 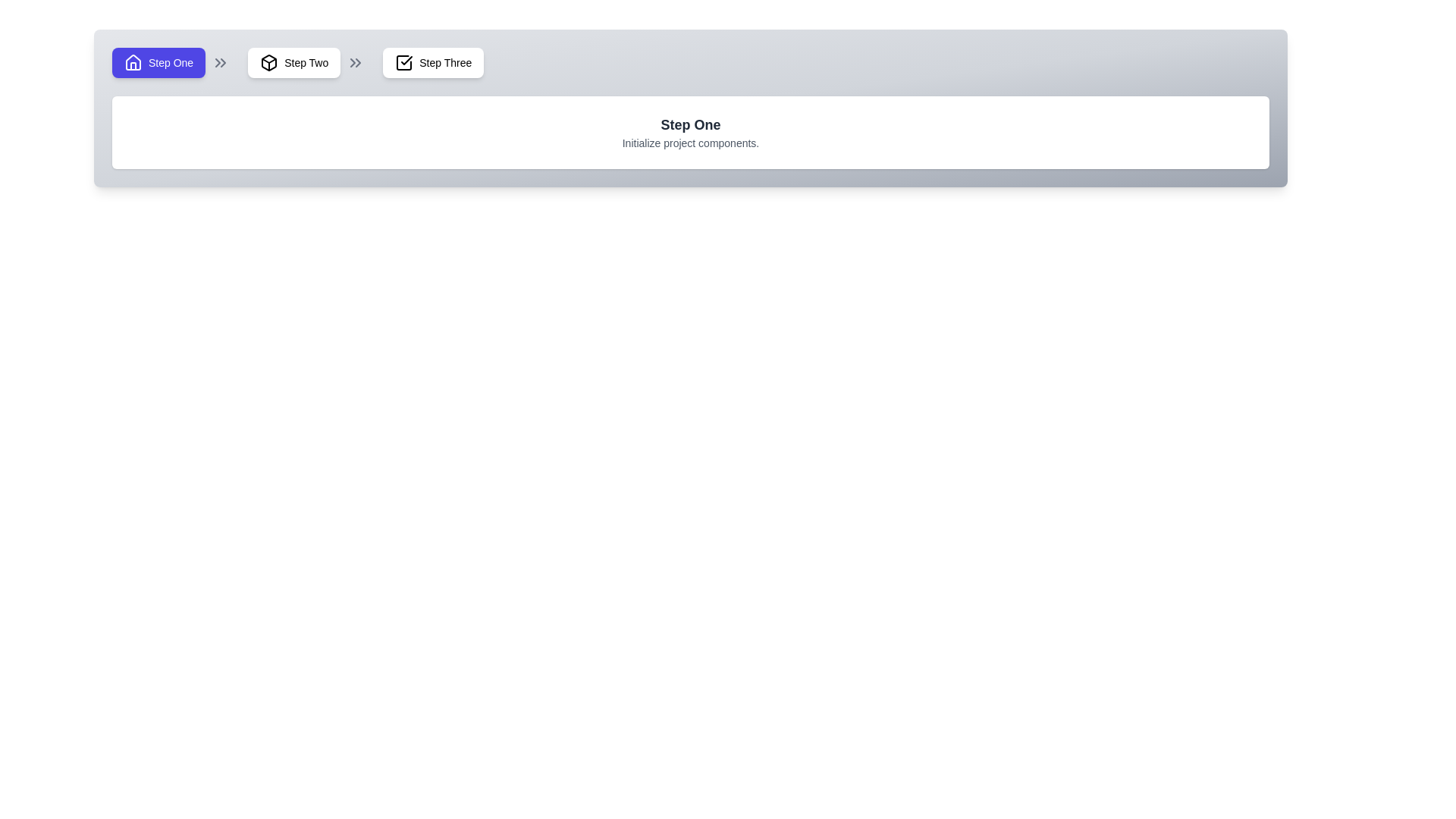 What do you see at coordinates (133, 65) in the screenshot?
I see `the vertical line representing the door within the house-shaped icon, which is part of the navigation button labeled 'Step One'` at bounding box center [133, 65].